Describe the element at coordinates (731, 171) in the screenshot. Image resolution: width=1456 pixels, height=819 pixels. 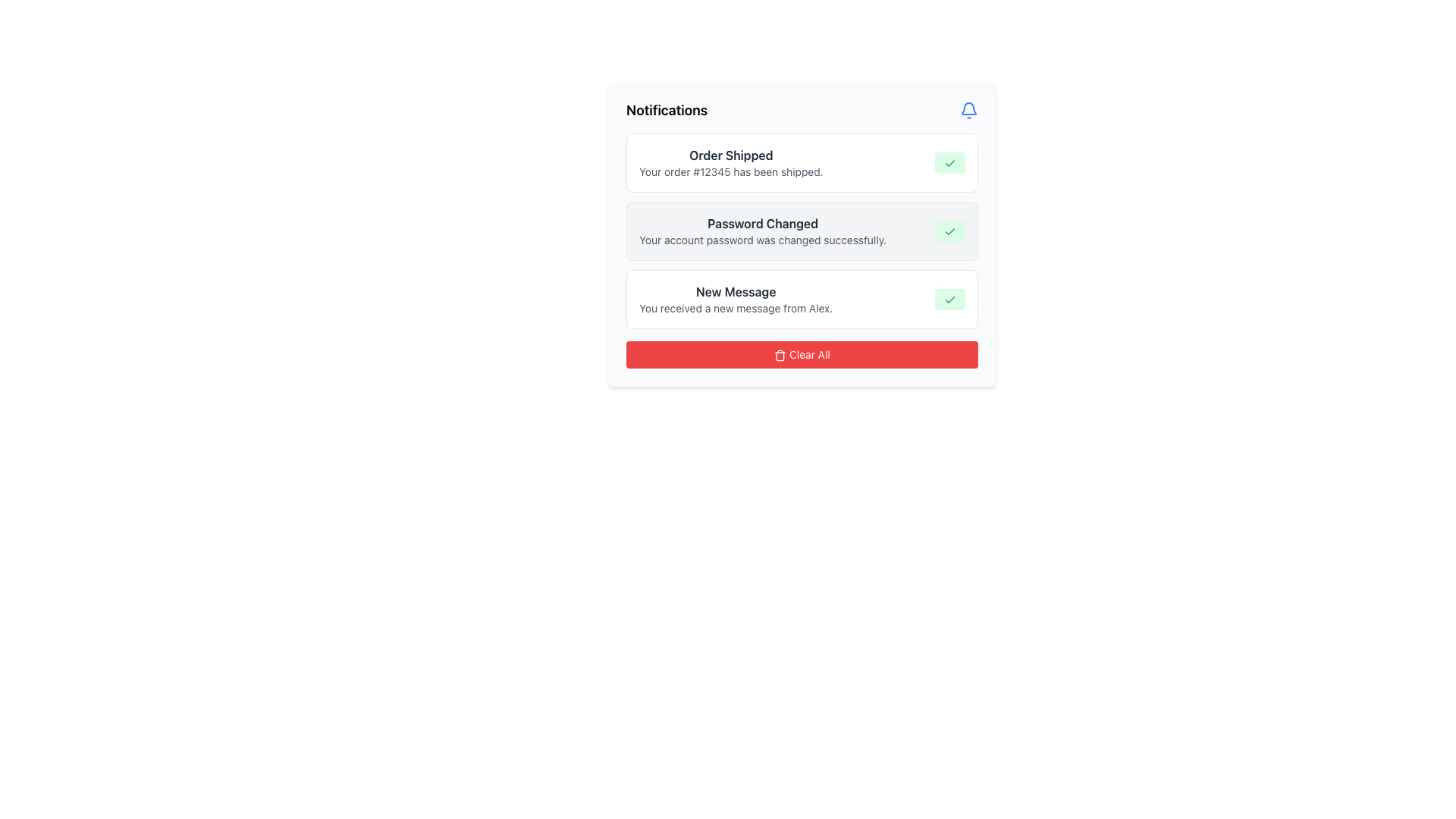
I see `the text element displaying the message 'Your order #12345 has been shipped.' located below the header 'Order Shipped' in the first notification card` at that location.